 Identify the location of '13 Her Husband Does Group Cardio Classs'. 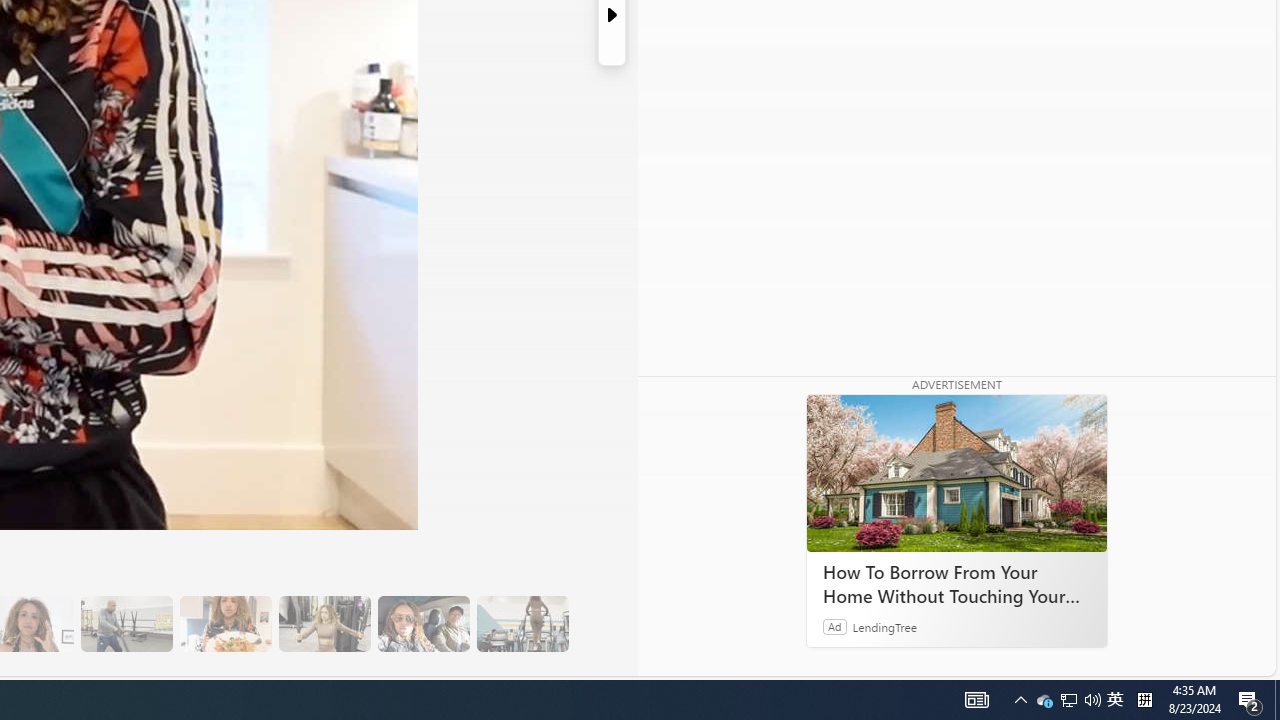
(125, 623).